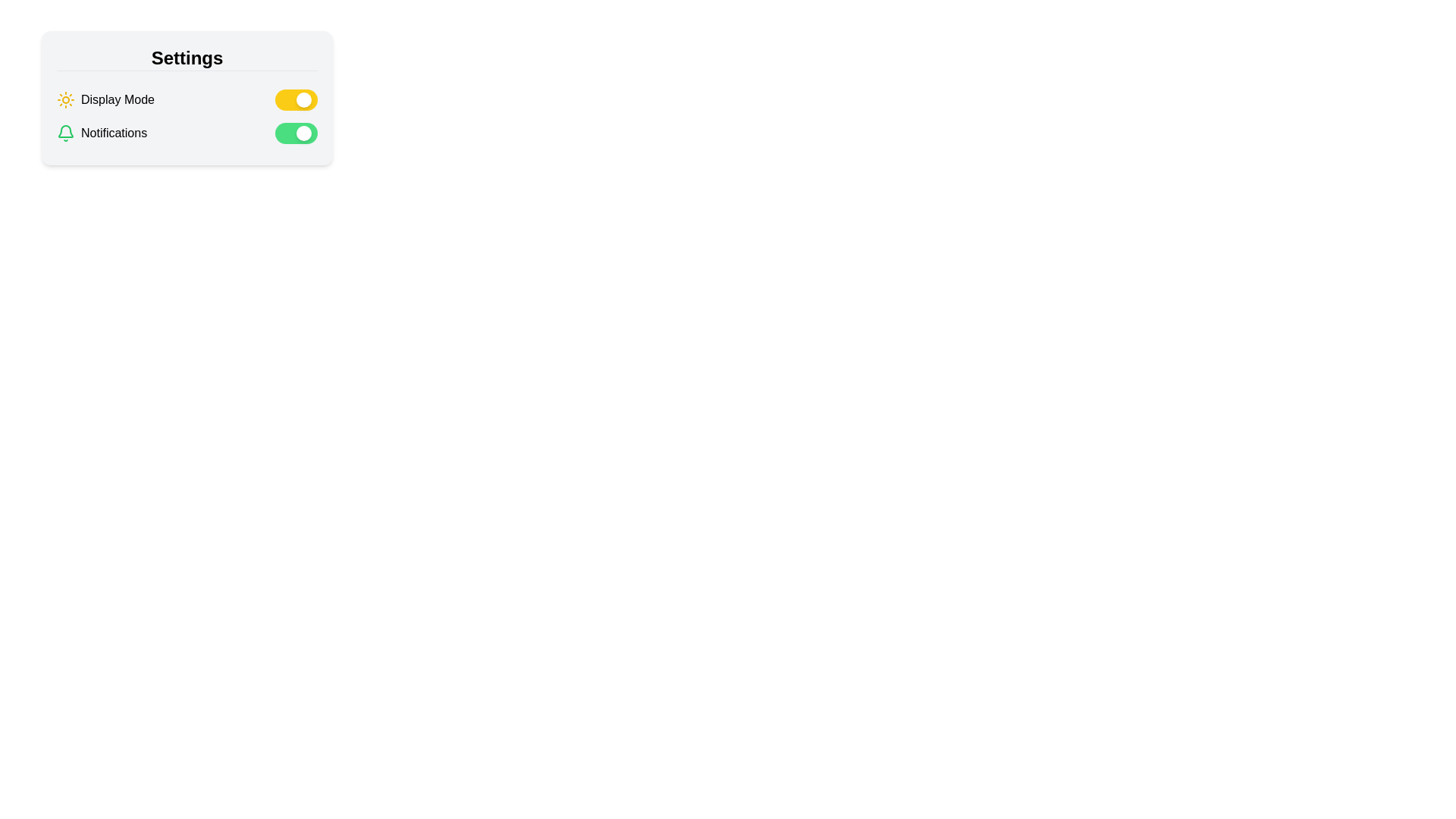 This screenshot has width=1456, height=819. I want to click on the toggle switch for 'Display Mode' located in the 'Settings' section to receive visual feedback, so click(296, 99).